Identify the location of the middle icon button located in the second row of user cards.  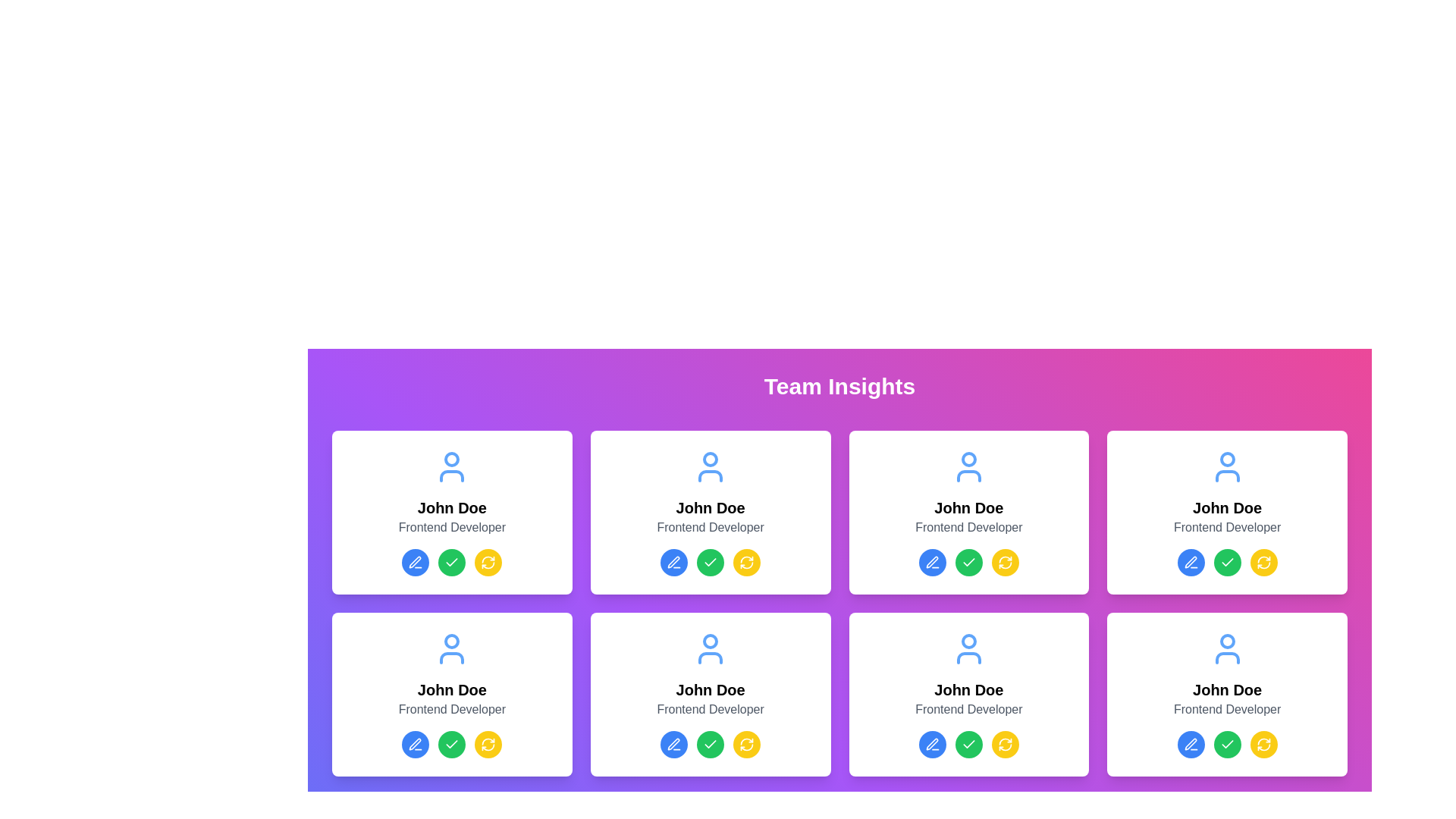
(1227, 562).